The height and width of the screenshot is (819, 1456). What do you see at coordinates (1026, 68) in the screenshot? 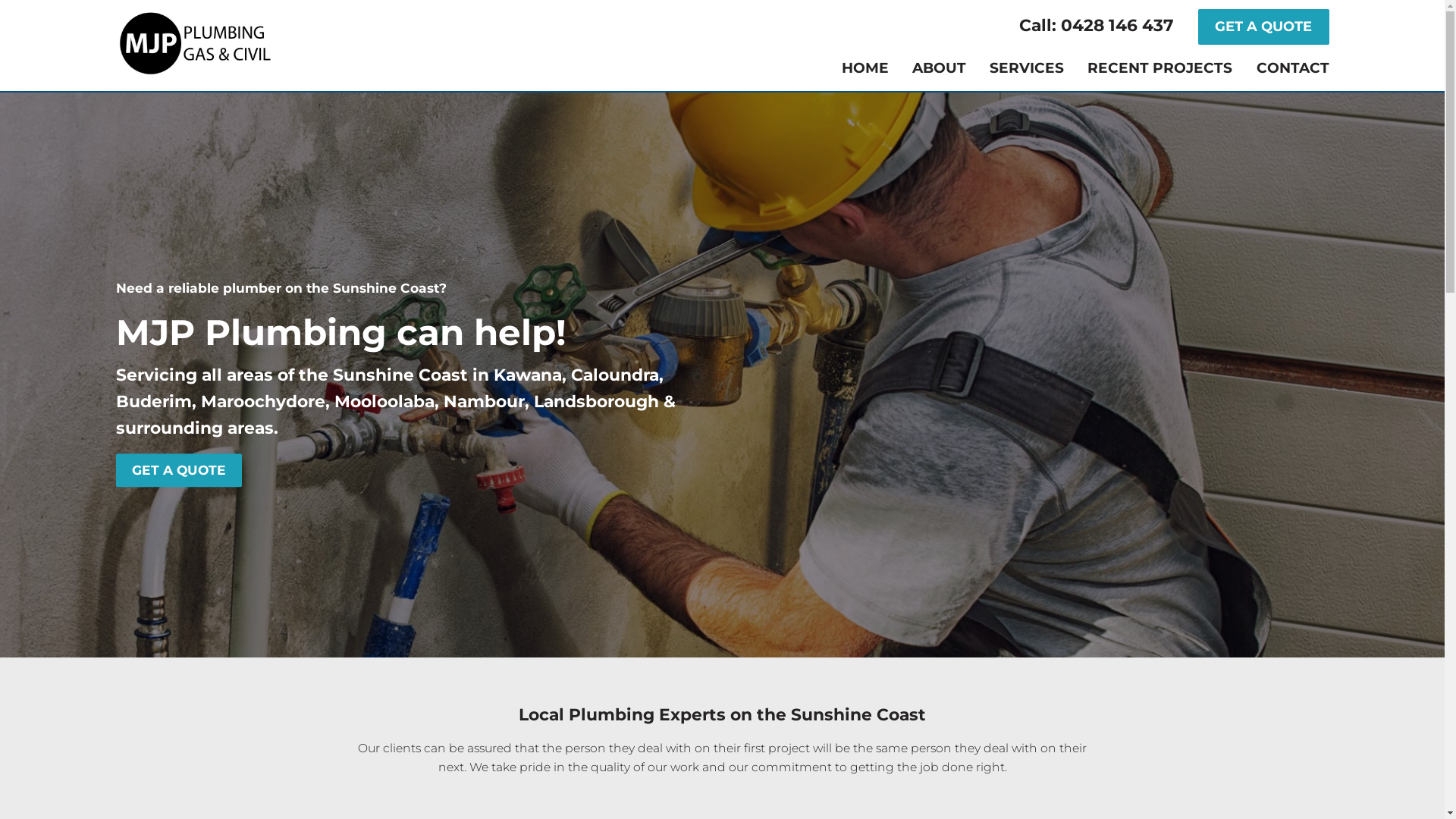
I see `'SERVICES'` at bounding box center [1026, 68].